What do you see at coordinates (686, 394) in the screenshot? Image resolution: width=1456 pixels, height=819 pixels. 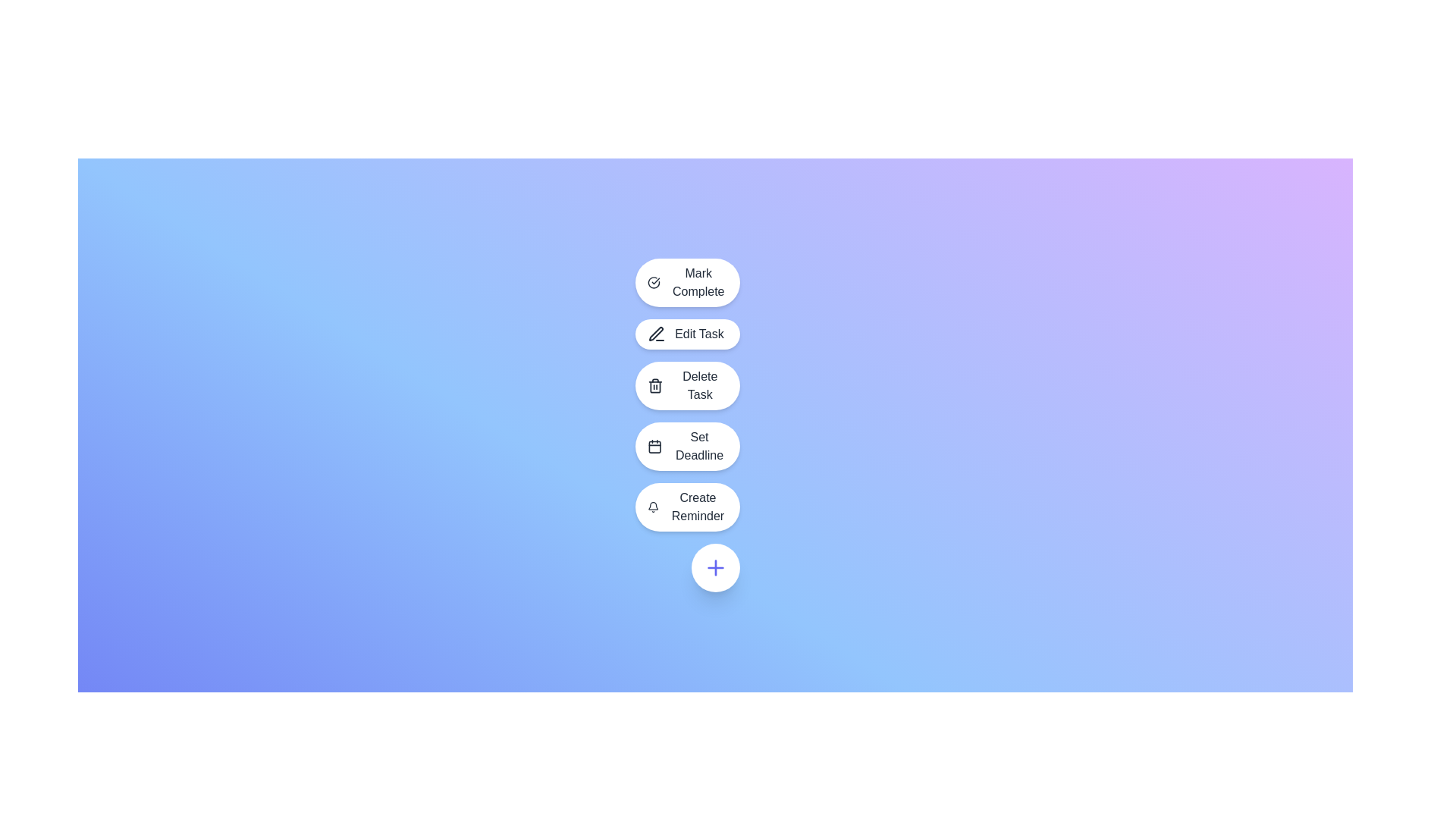 I see `the dropdown menu with multiple interactive options` at bounding box center [686, 394].